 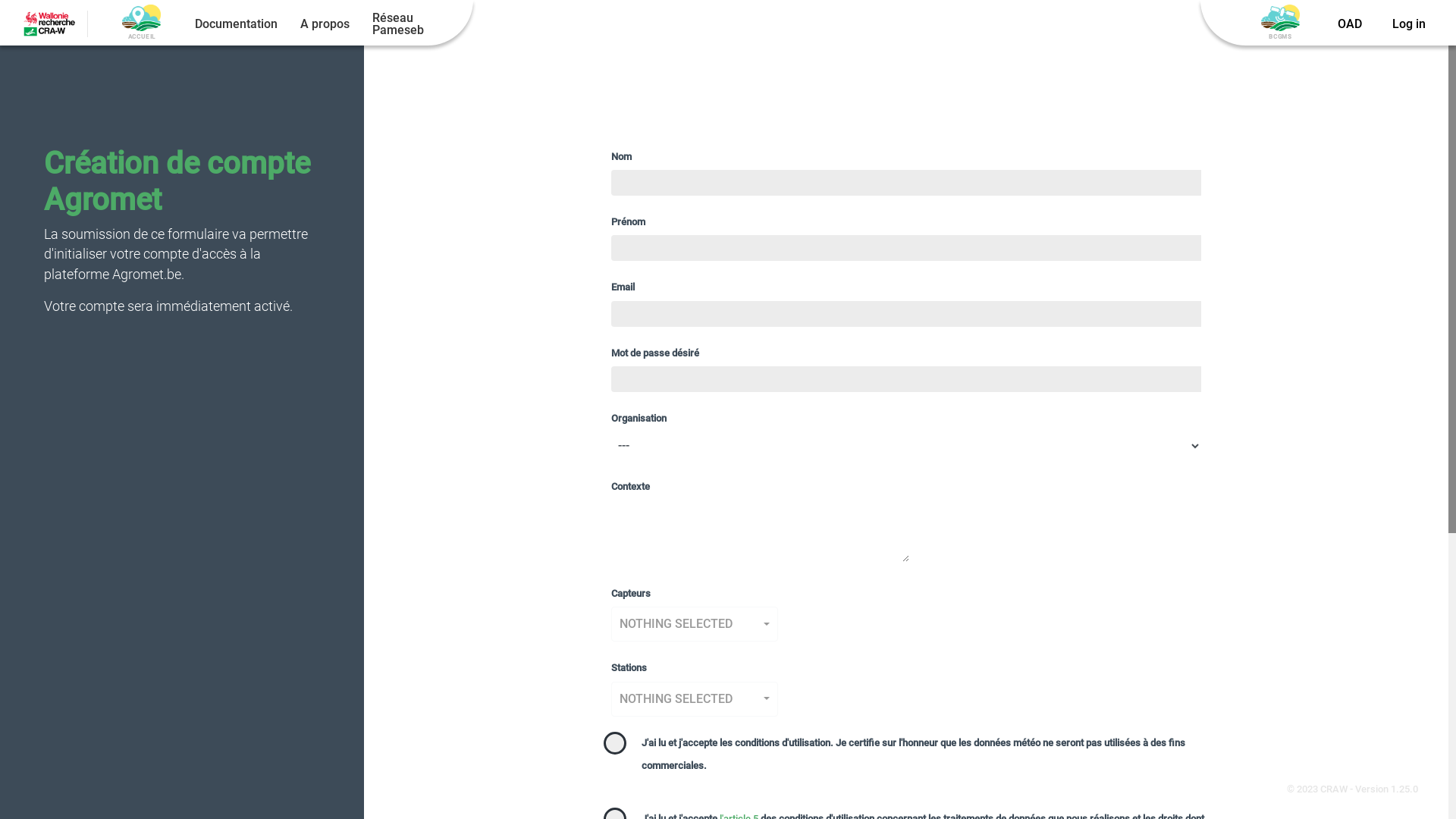 What do you see at coordinates (1279, 24) in the screenshot?
I see `'BCGMS'` at bounding box center [1279, 24].